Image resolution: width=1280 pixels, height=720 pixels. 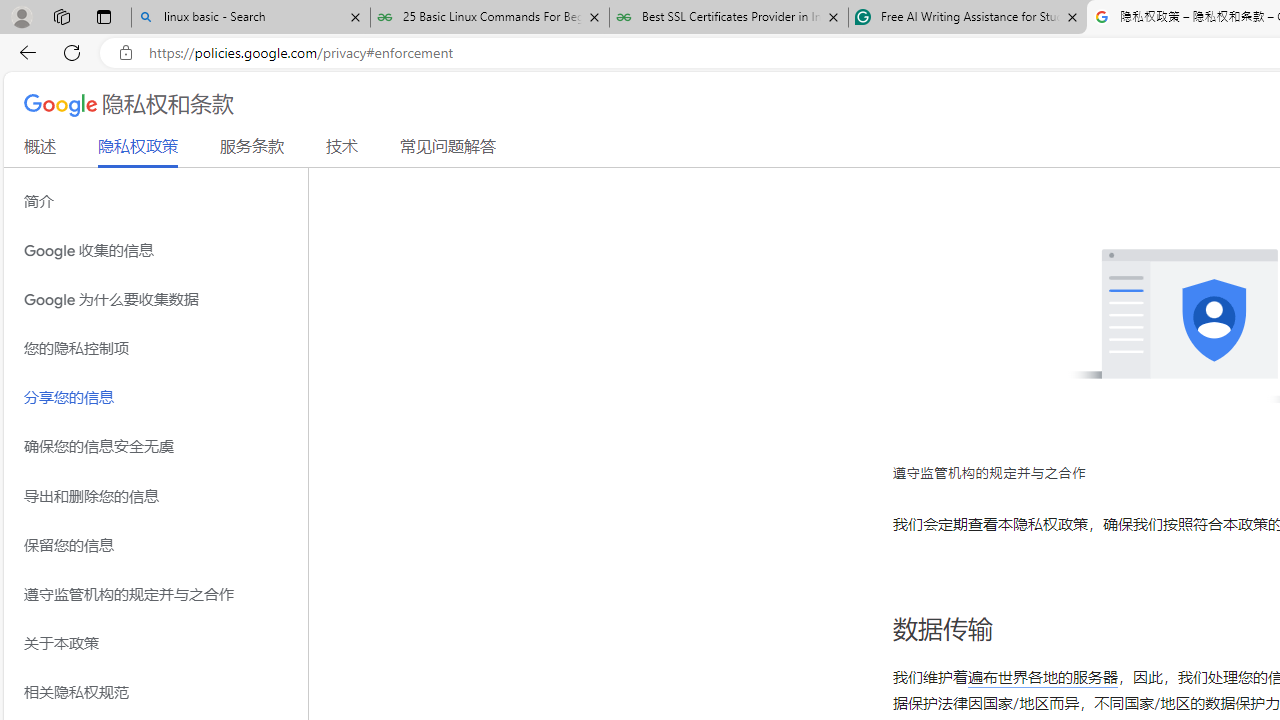 What do you see at coordinates (967, 17) in the screenshot?
I see `'Free AI Writing Assistance for Students | Grammarly'` at bounding box center [967, 17].